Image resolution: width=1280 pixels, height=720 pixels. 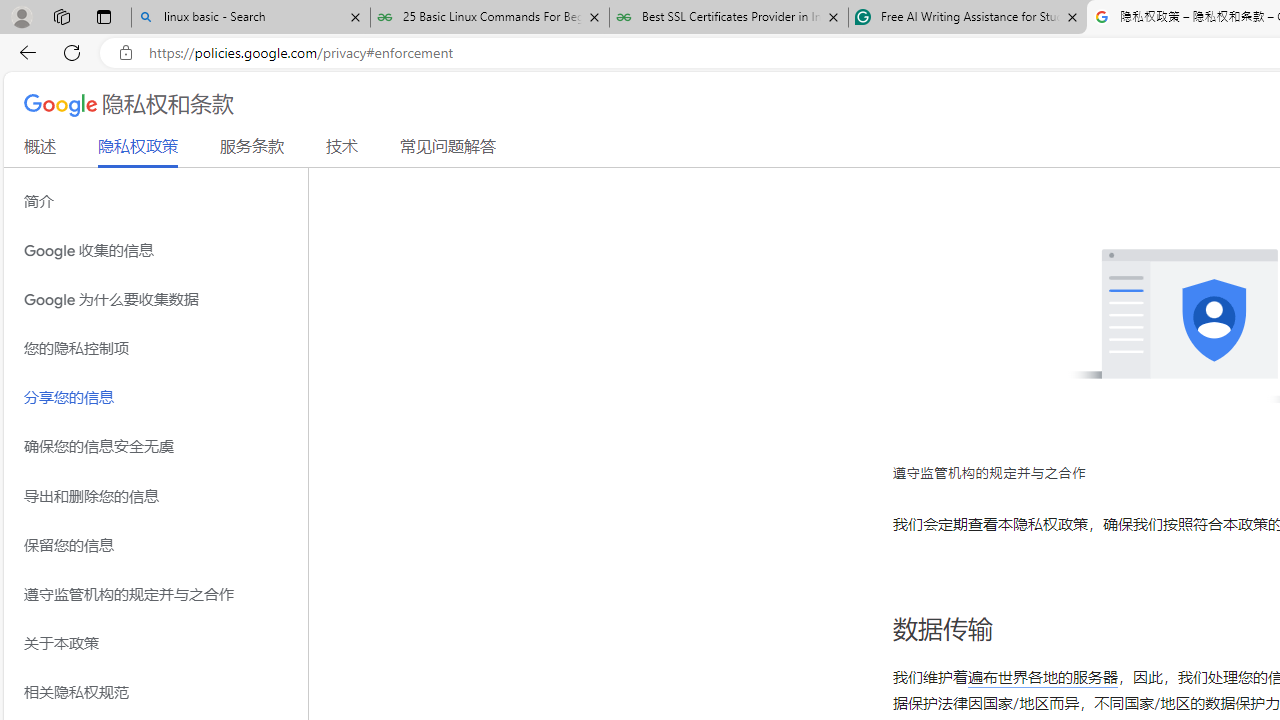 What do you see at coordinates (967, 17) in the screenshot?
I see `'Free AI Writing Assistance for Students | Grammarly'` at bounding box center [967, 17].